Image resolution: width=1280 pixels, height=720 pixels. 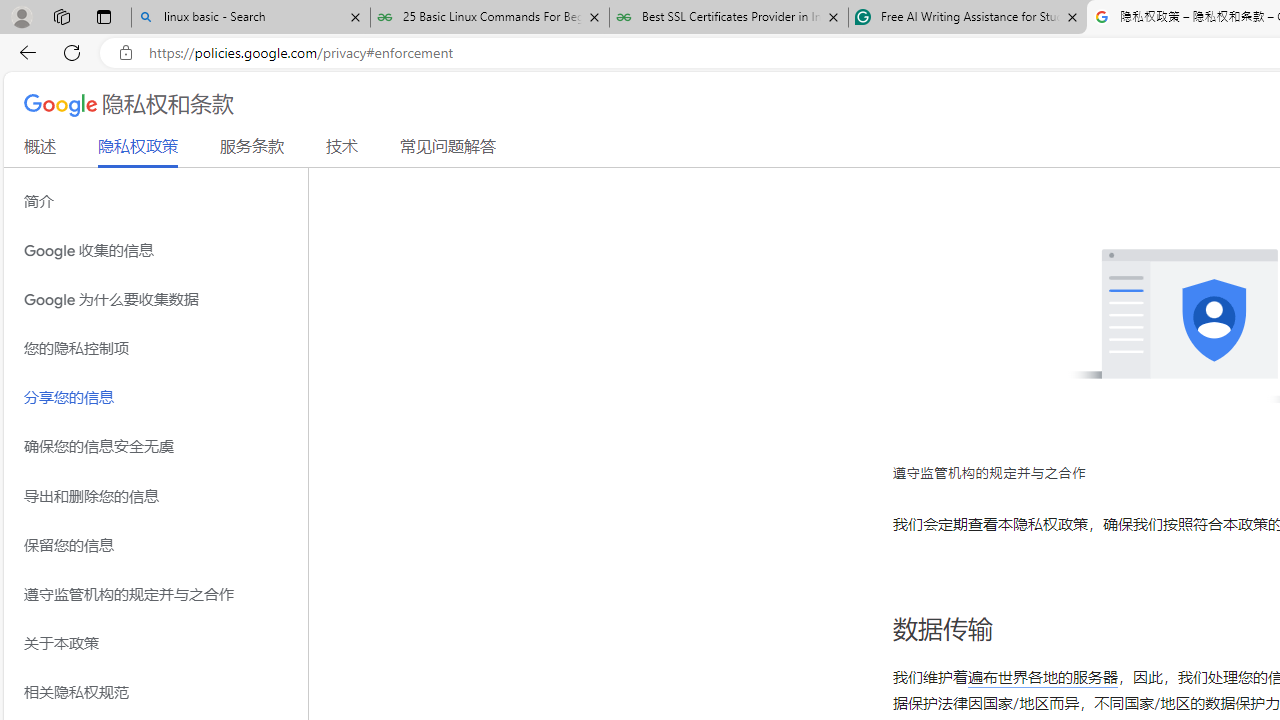 What do you see at coordinates (967, 17) in the screenshot?
I see `'Free AI Writing Assistance for Students | Grammarly'` at bounding box center [967, 17].